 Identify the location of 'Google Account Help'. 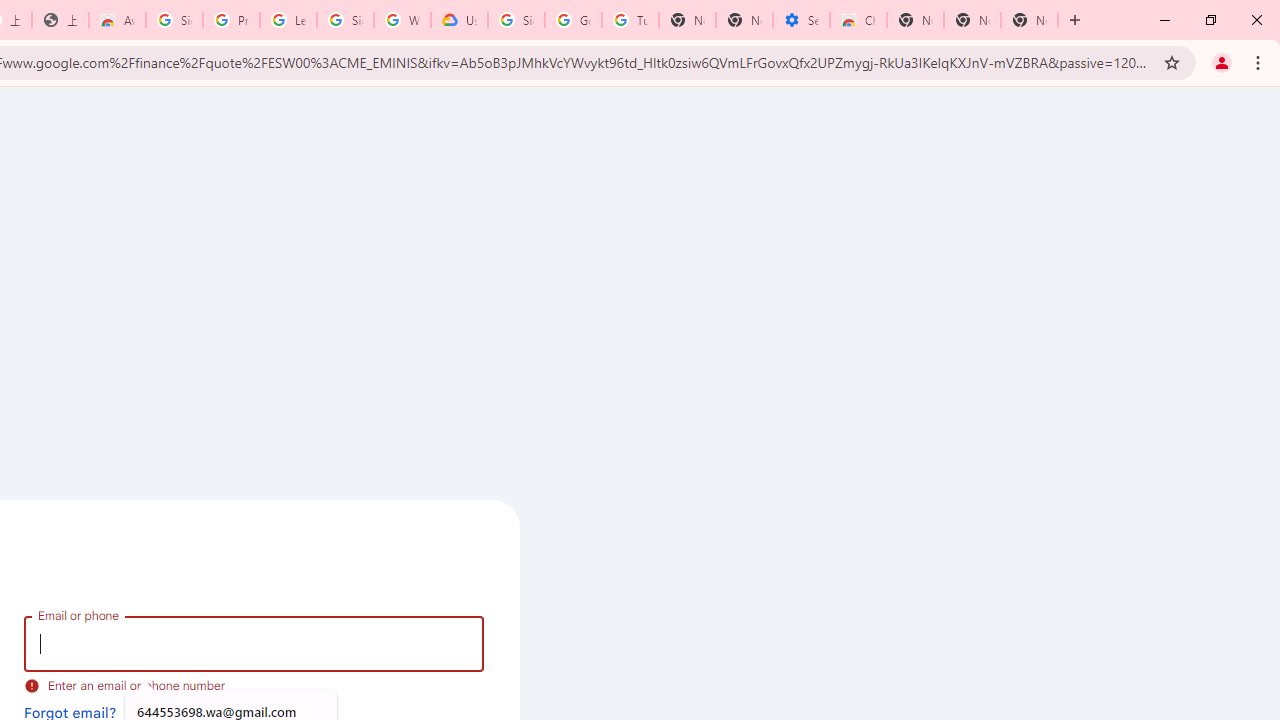
(572, 20).